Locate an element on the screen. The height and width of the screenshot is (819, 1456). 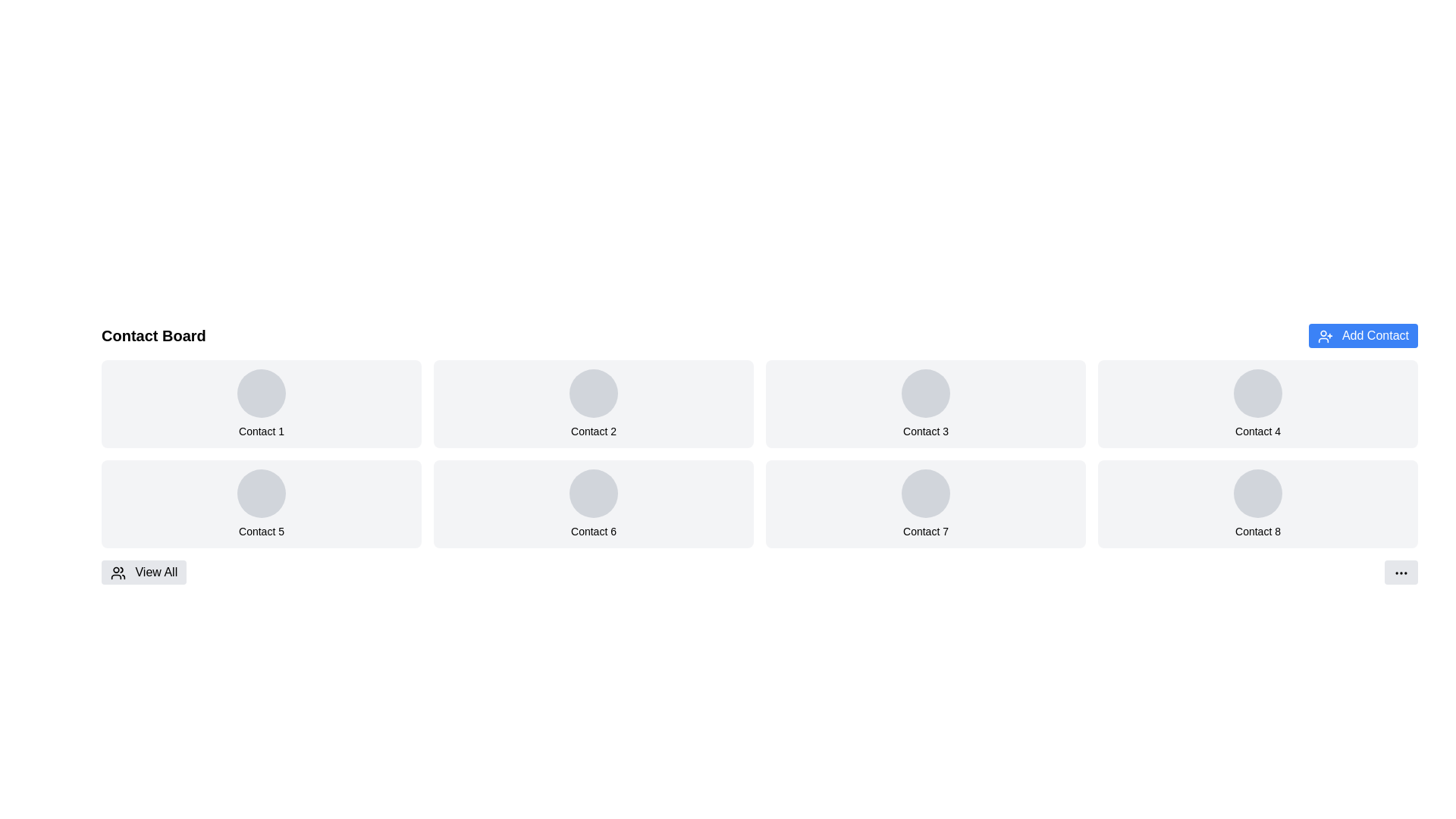
the Ellipsis Icon located at the bottom-right corner of the interface is located at coordinates (1401, 573).